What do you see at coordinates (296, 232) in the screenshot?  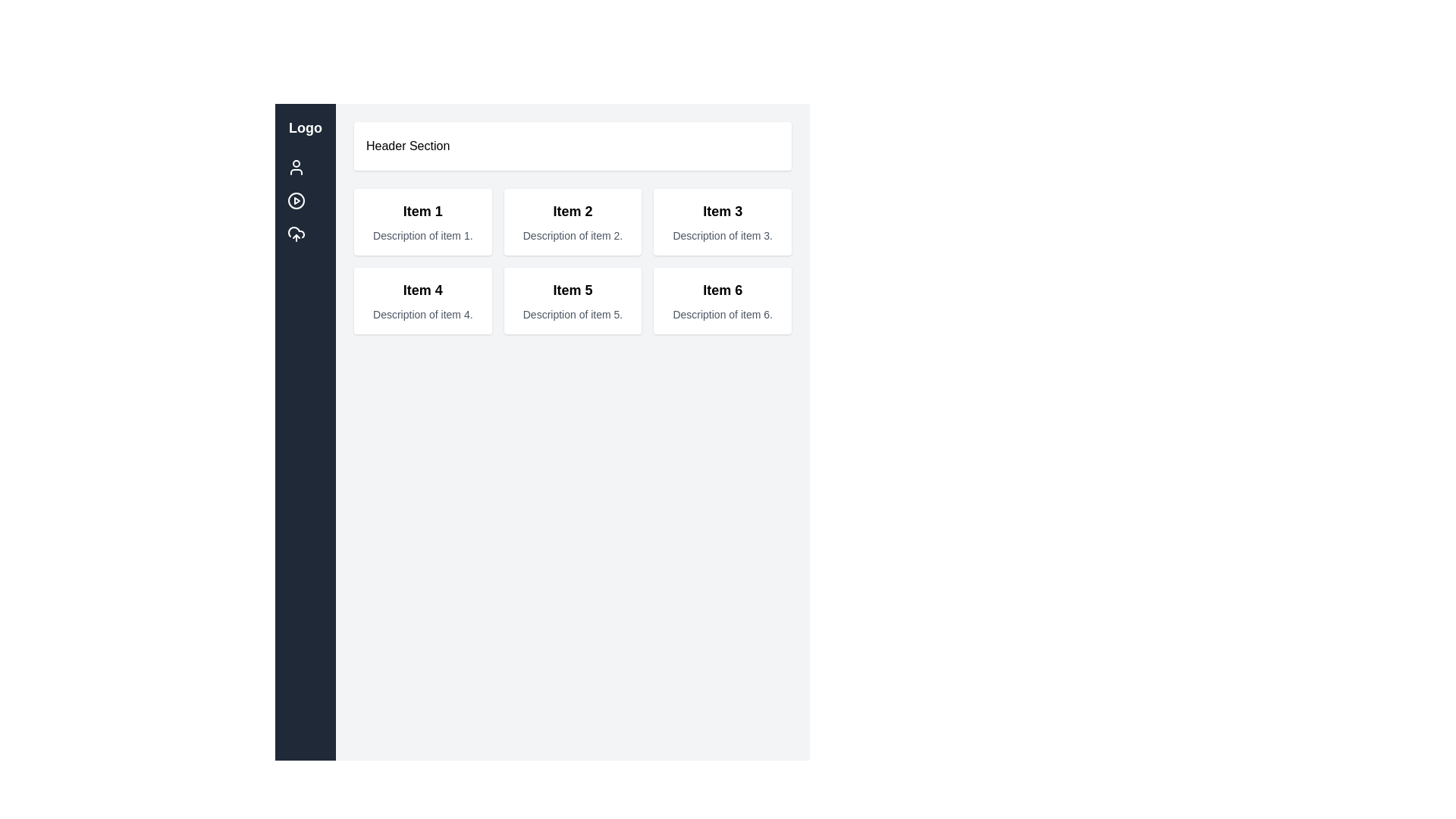 I see `the cloud upload icon located in the sidebar navigation panel` at bounding box center [296, 232].